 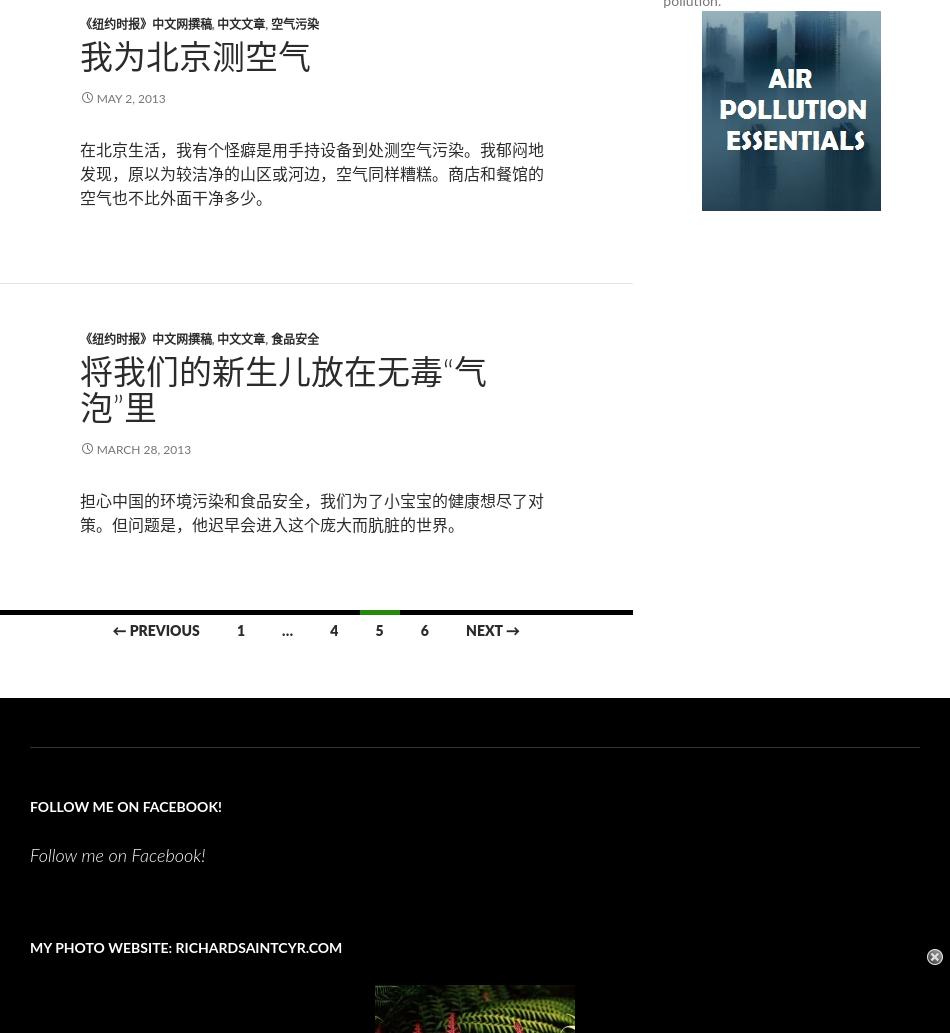 What do you see at coordinates (155, 629) in the screenshot?
I see `'← Previous'` at bounding box center [155, 629].